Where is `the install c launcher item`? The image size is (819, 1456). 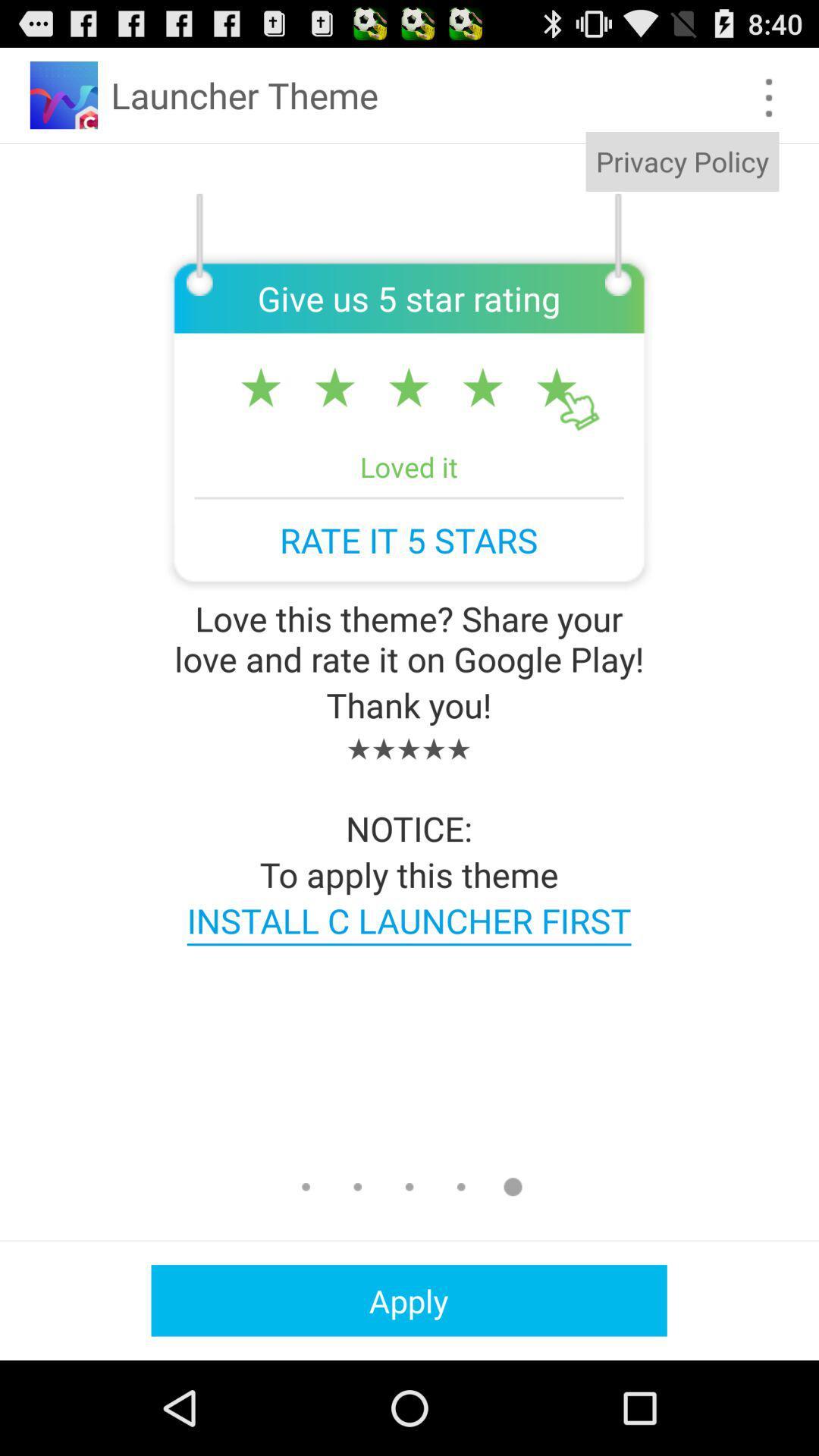 the install c launcher item is located at coordinates (408, 919).